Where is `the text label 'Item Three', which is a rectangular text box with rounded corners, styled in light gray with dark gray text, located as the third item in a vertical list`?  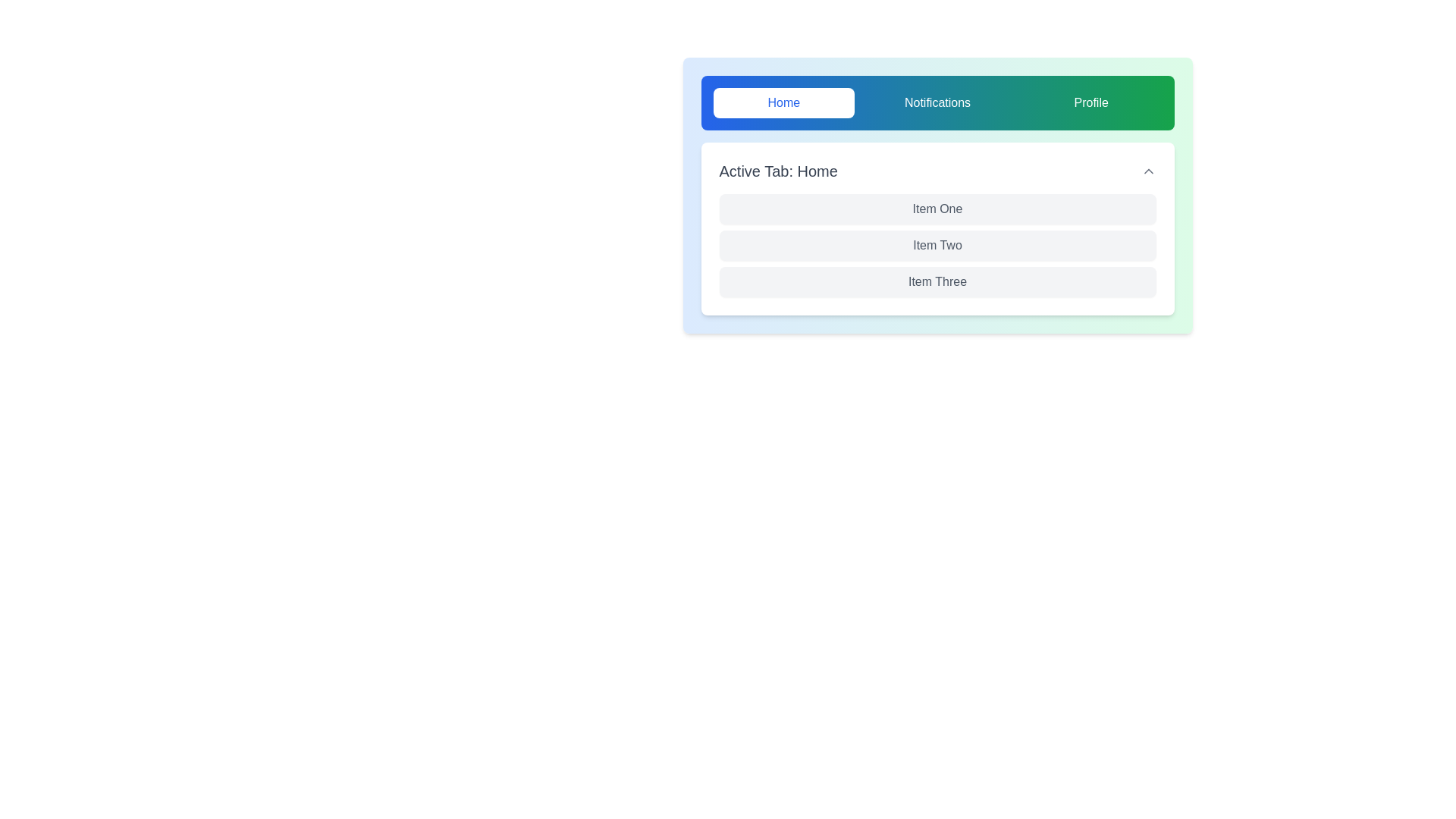
the text label 'Item Three', which is a rectangular text box with rounded corners, styled in light gray with dark gray text, located as the third item in a vertical list is located at coordinates (937, 281).